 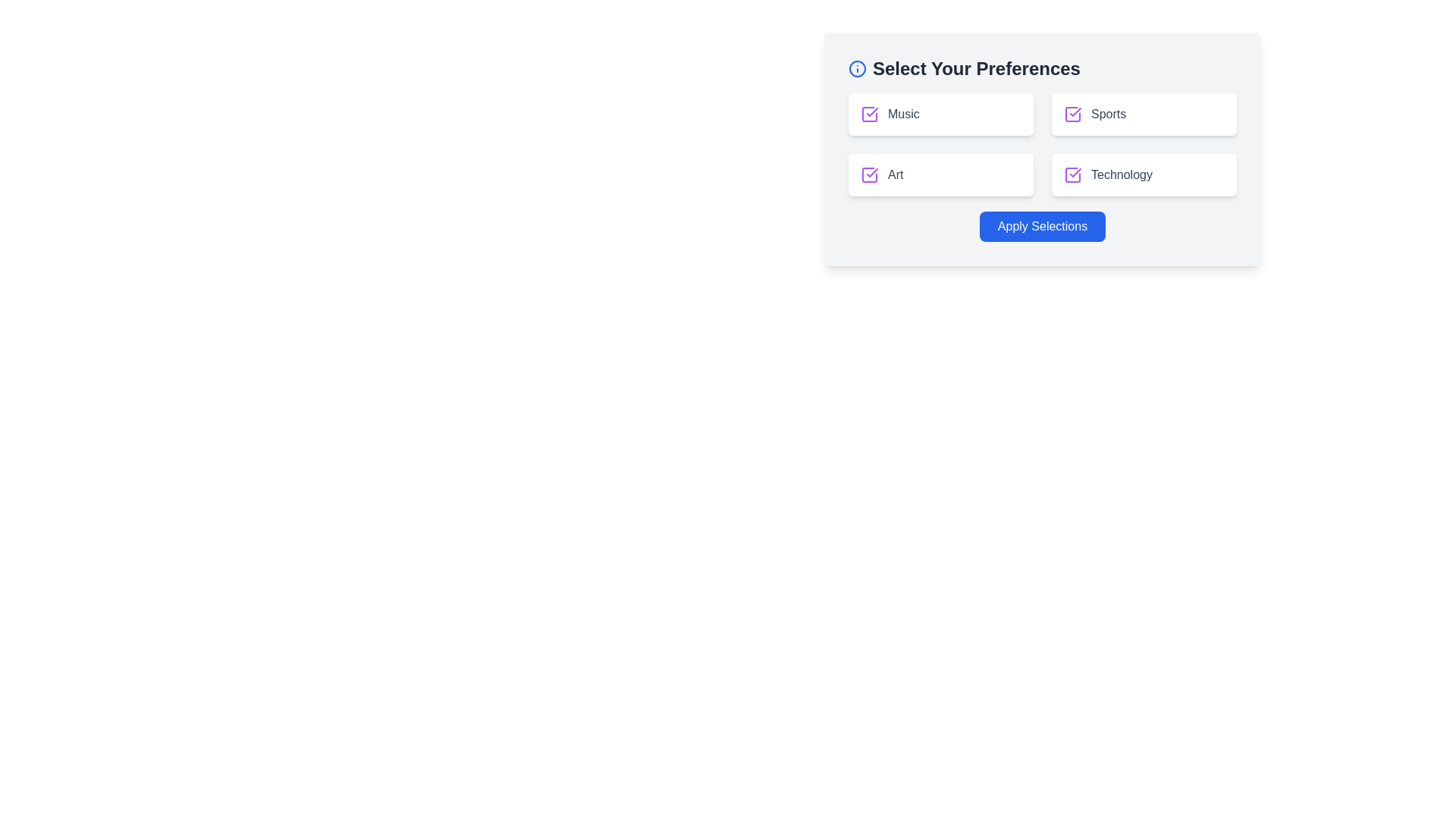 What do you see at coordinates (1072, 113) in the screenshot?
I see `the checkbox outline representing the 'Sports' preference option in the first row, second column of the grid` at bounding box center [1072, 113].